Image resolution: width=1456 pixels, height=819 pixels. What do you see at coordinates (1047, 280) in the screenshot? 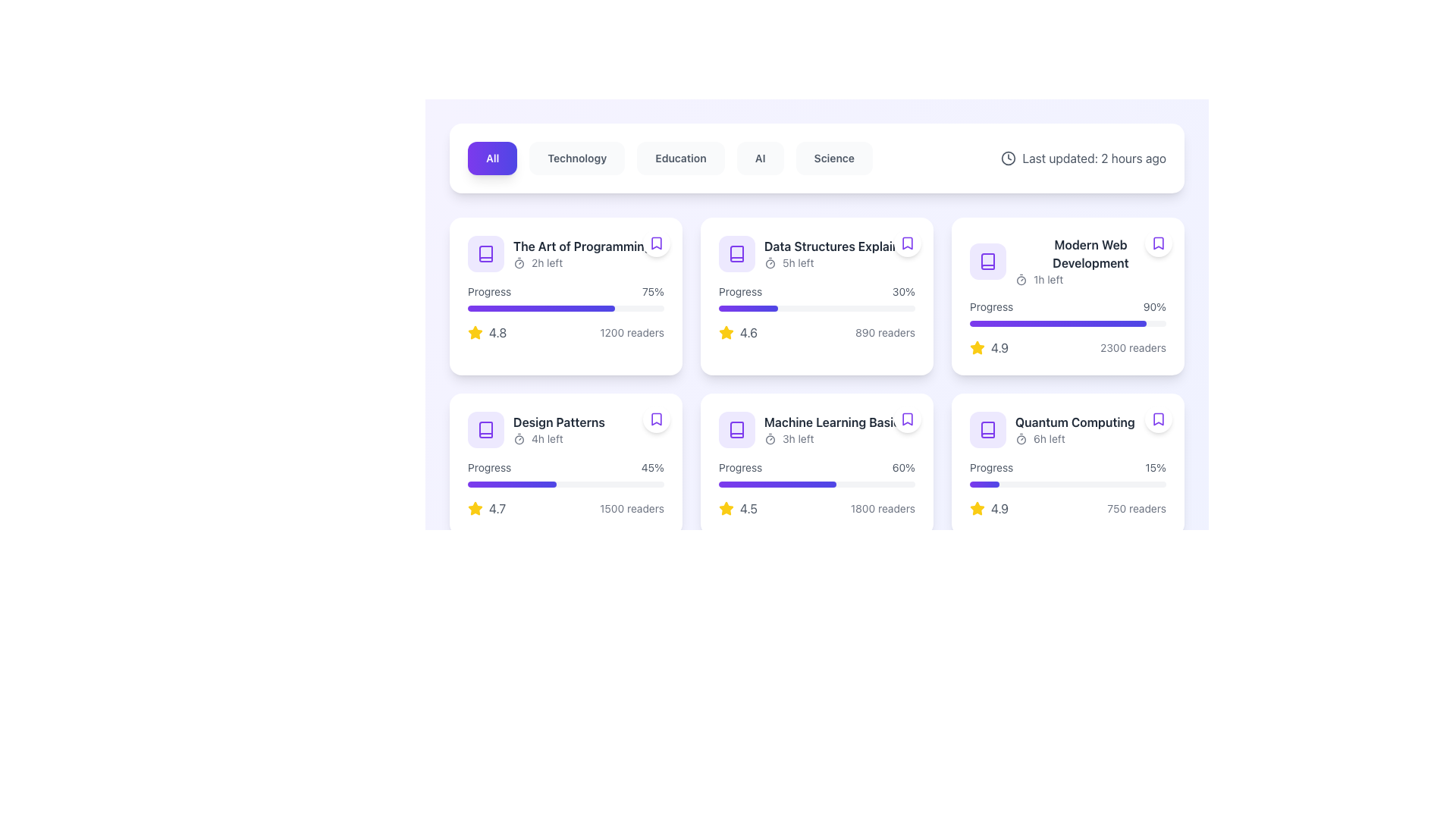
I see `the Text Label that displays the remaining time for the 'Modern Web Development' event, which is centrally located within the card and positioned below the main title` at bounding box center [1047, 280].